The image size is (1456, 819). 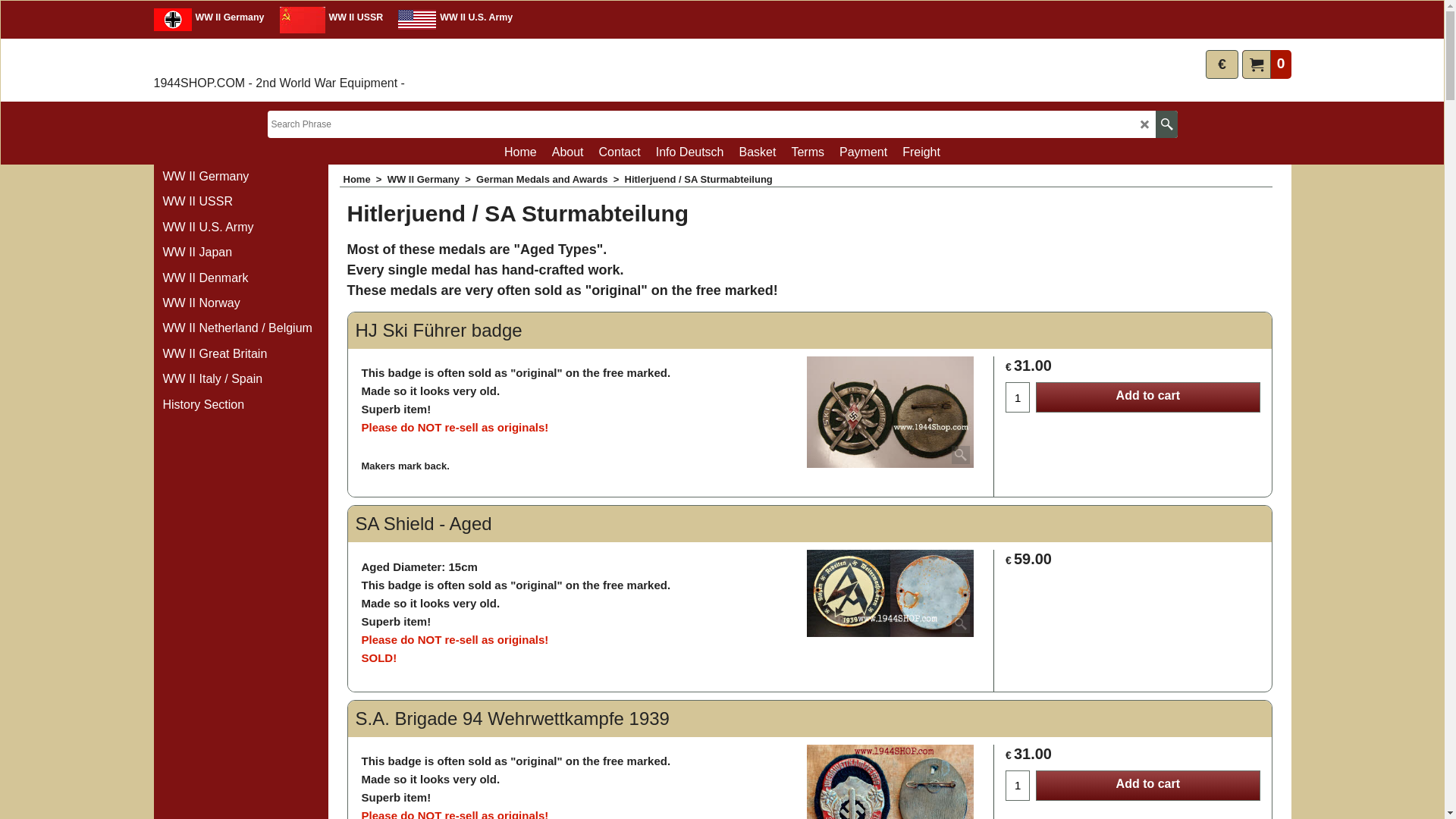 I want to click on 'LD_CANCEL', so click(x=1140, y=123).